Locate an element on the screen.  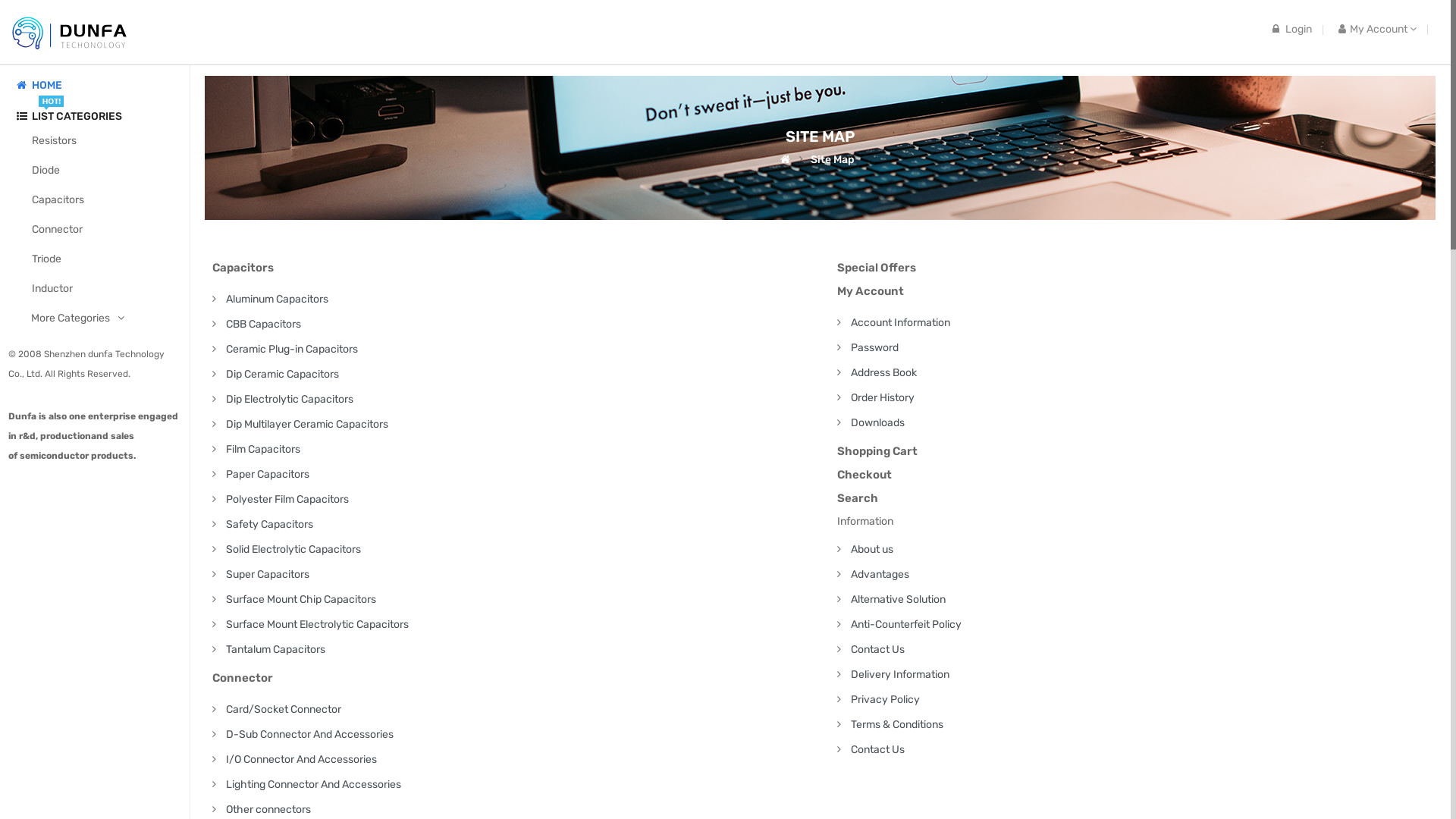
'Downloads' is located at coordinates (877, 422).